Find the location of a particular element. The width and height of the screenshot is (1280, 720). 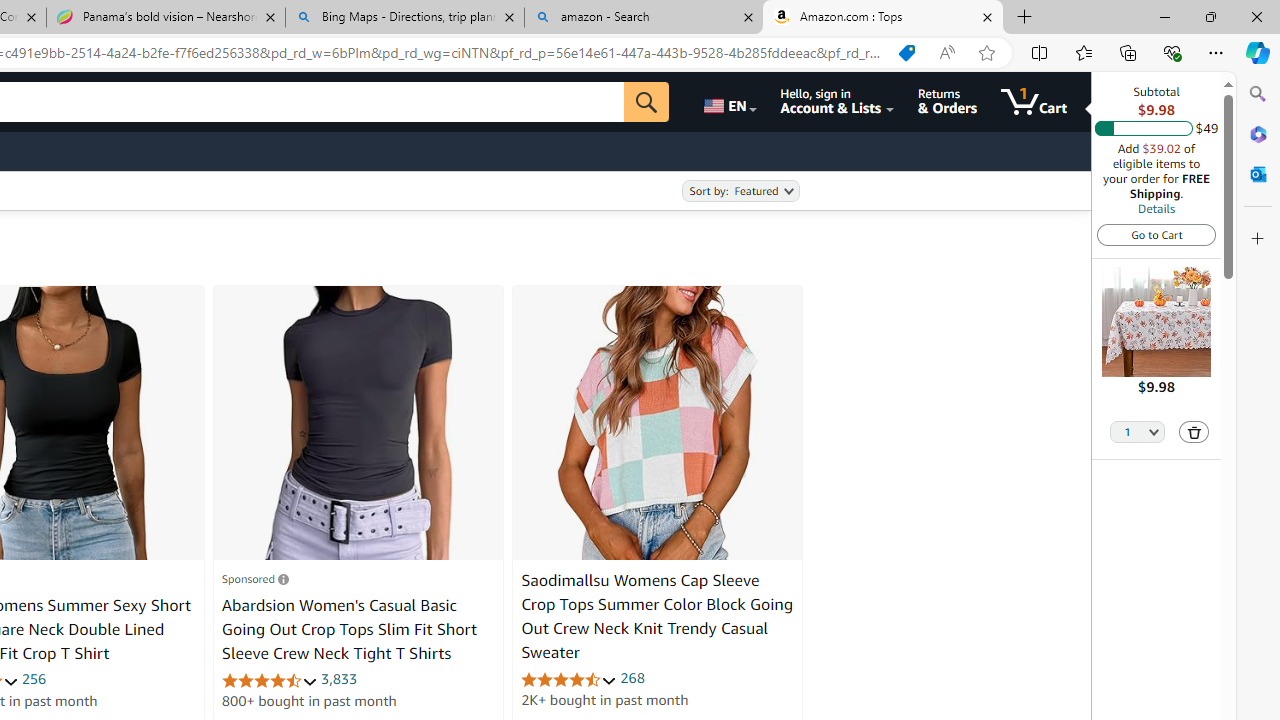

'3,833' is located at coordinates (339, 677).